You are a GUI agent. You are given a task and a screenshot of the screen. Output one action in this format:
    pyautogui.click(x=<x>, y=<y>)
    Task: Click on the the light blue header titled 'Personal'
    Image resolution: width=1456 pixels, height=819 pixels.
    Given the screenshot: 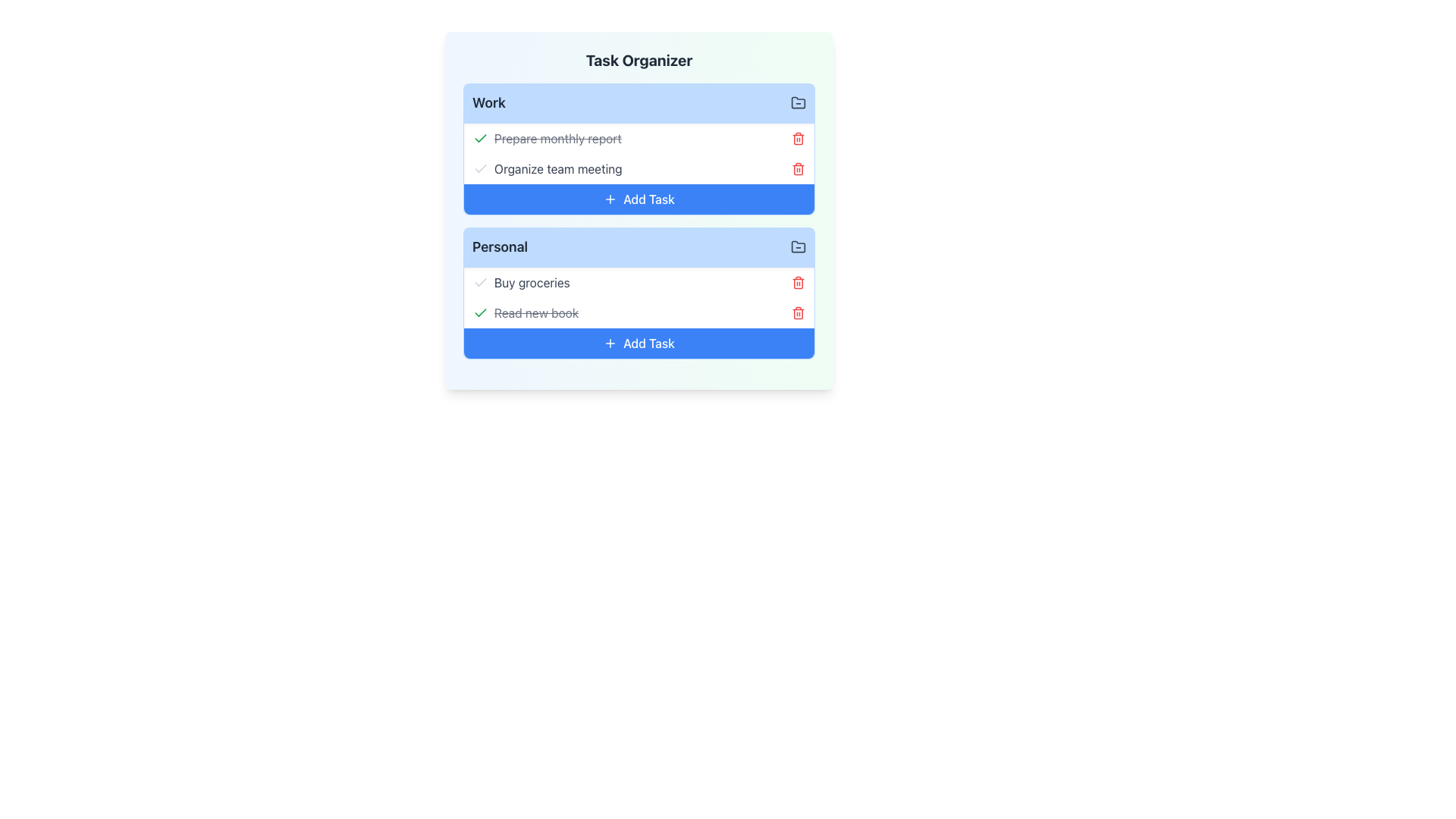 What is the action you would take?
    pyautogui.click(x=639, y=246)
    